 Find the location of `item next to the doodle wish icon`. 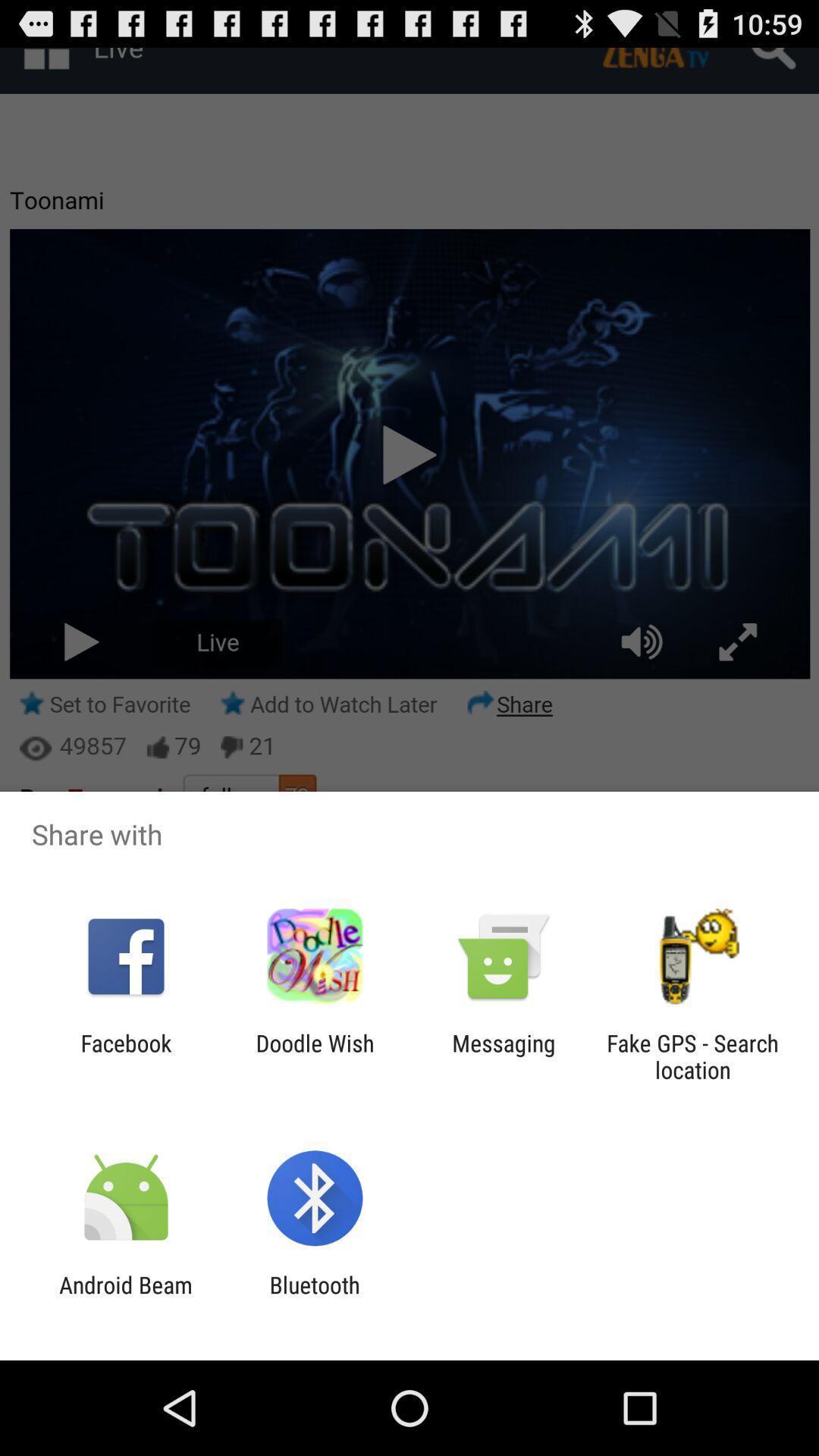

item next to the doodle wish icon is located at coordinates (125, 1056).